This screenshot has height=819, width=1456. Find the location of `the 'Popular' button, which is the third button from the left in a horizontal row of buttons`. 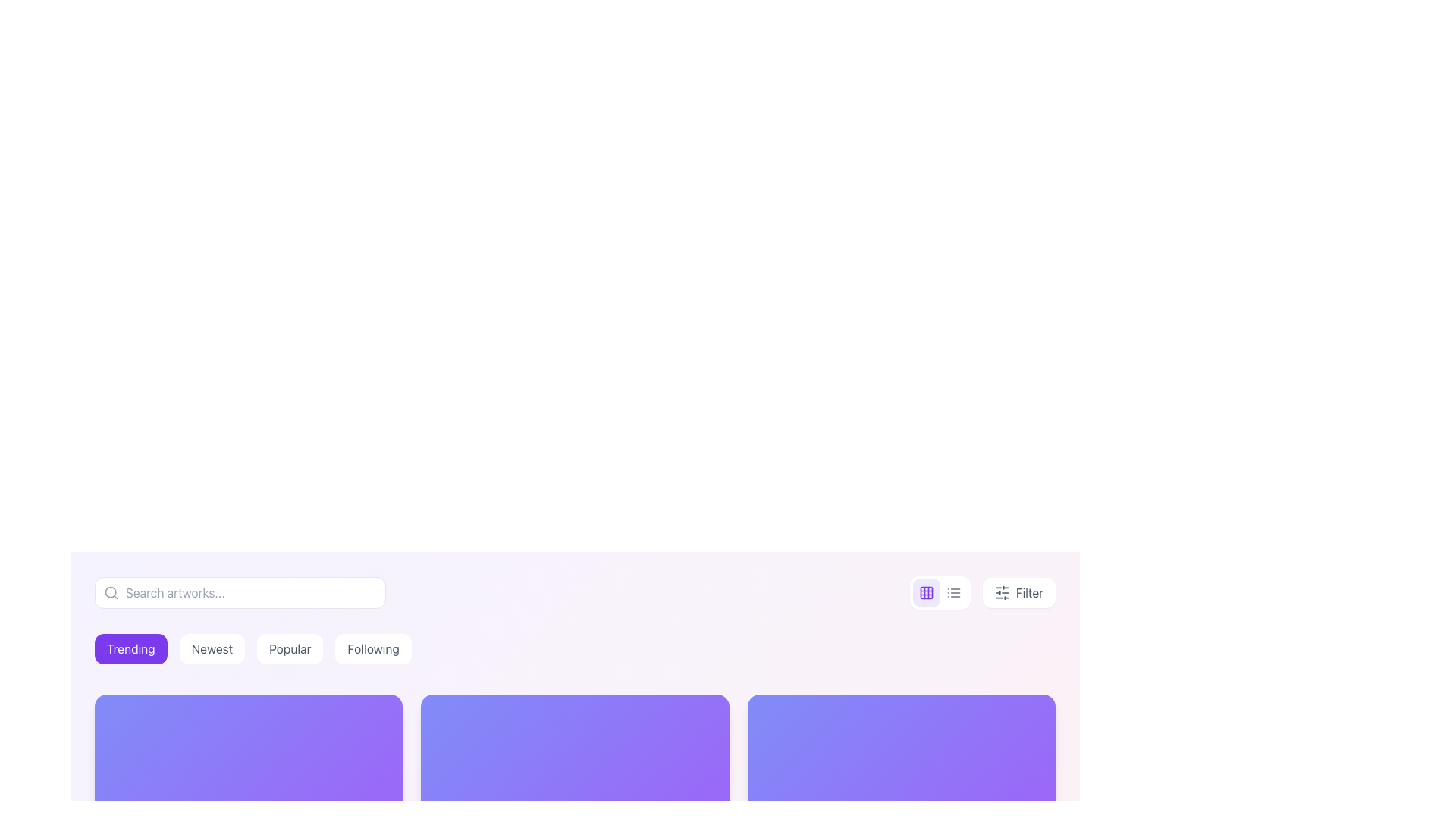

the 'Popular' button, which is the third button from the left in a horizontal row of buttons is located at coordinates (290, 648).